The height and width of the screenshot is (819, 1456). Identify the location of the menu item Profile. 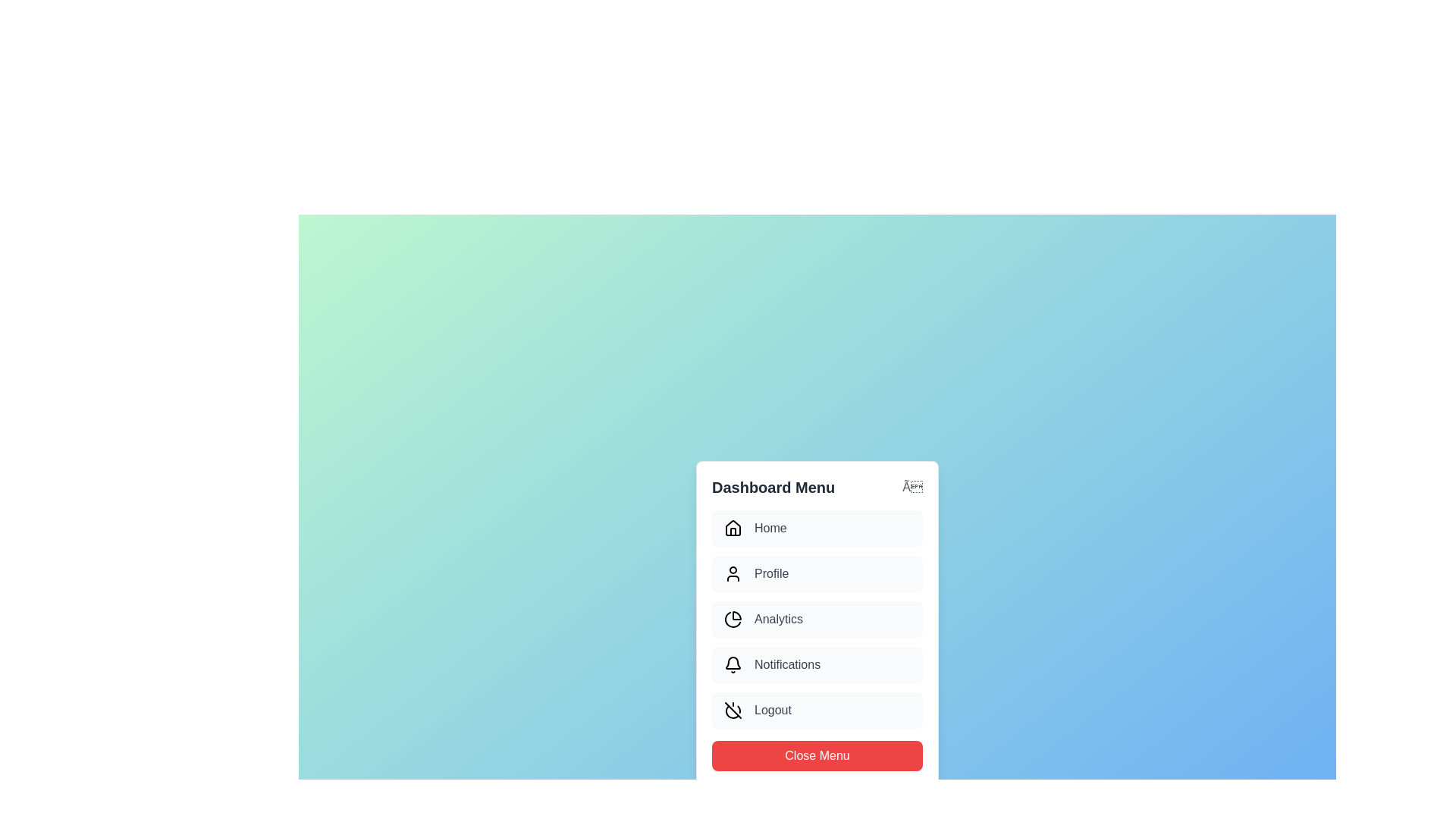
(817, 573).